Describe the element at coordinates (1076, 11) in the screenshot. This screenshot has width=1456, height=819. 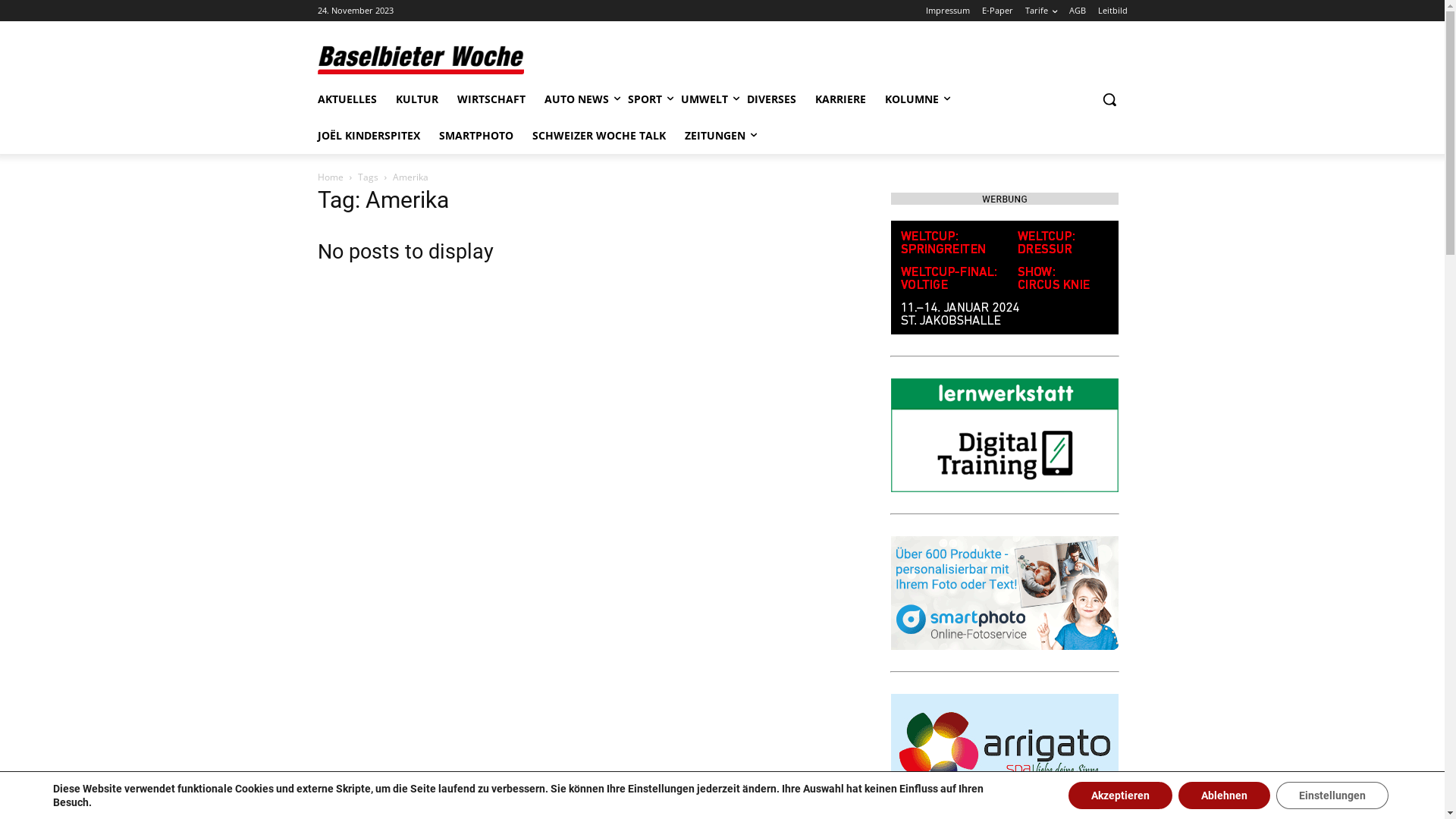
I see `'AGB'` at that location.